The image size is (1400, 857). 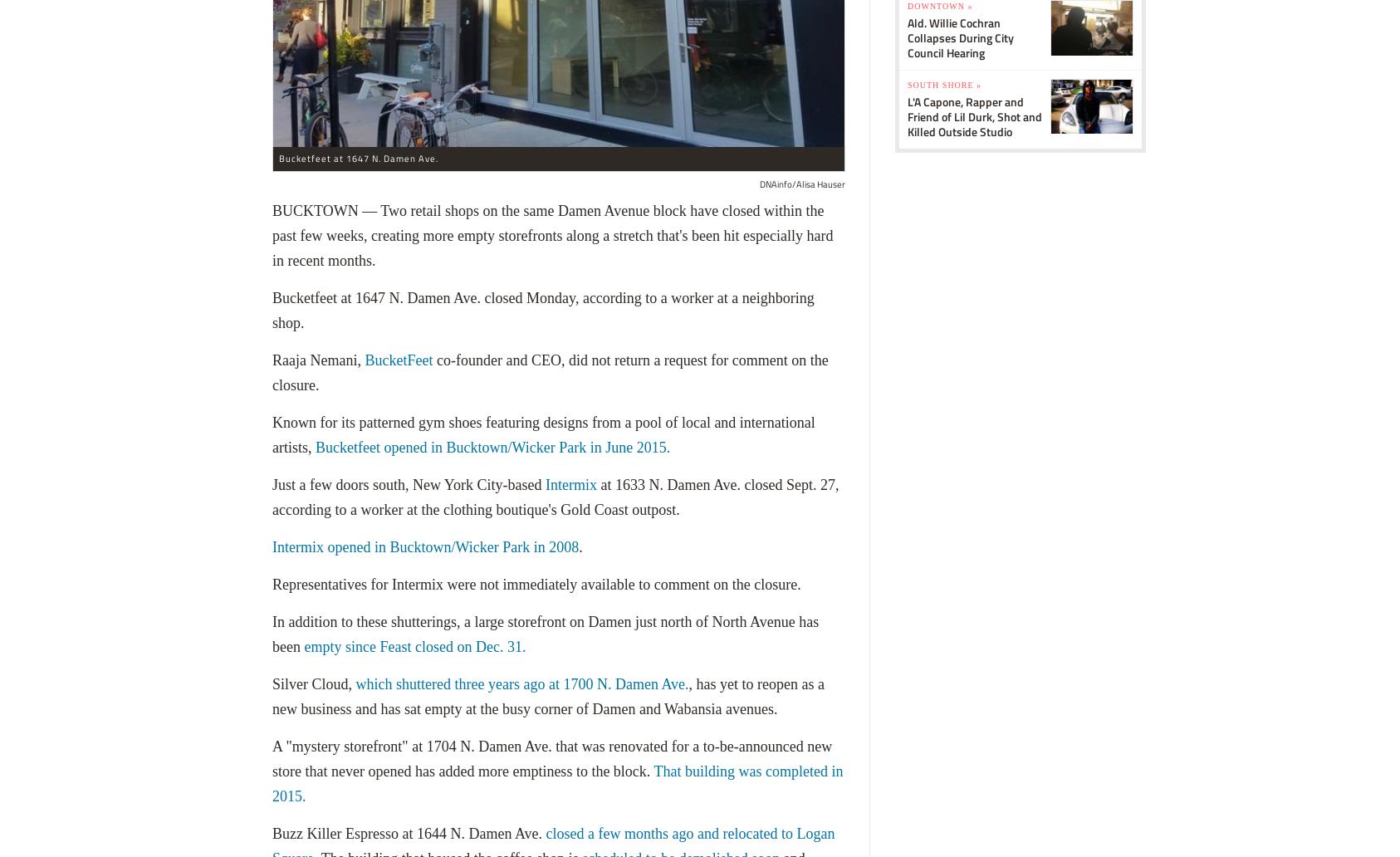 What do you see at coordinates (271, 497) in the screenshot?
I see `'at 1633 N. Damen Ave. closed Sept. 27, according to a worker at the clothing boutique's Gold Coast outpost.'` at bounding box center [271, 497].